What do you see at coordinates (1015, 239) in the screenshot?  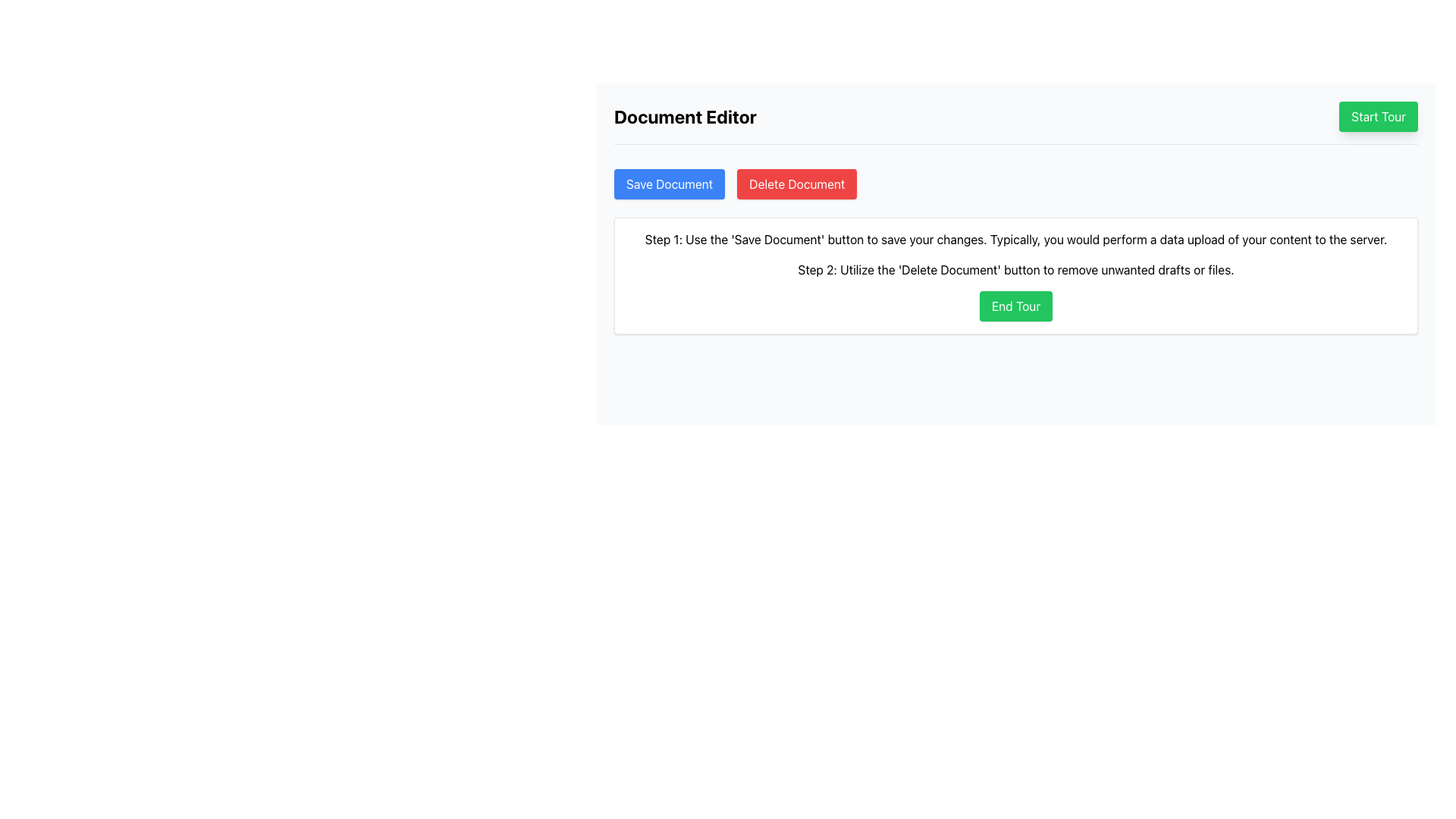 I see `the instruction text for saving a document, which is displayed in black within a white rectangle, located at the top of the card-style interface` at bounding box center [1015, 239].